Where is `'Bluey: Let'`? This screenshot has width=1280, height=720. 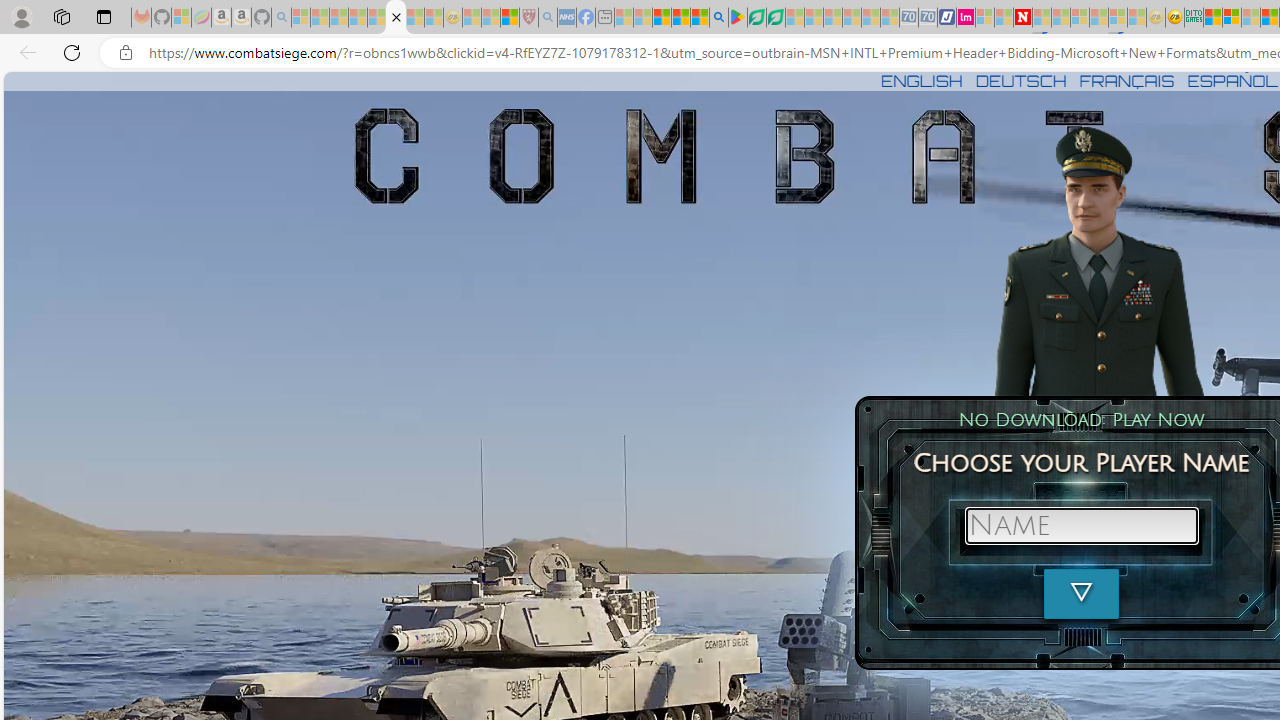 'Bluey: Let' is located at coordinates (736, 17).